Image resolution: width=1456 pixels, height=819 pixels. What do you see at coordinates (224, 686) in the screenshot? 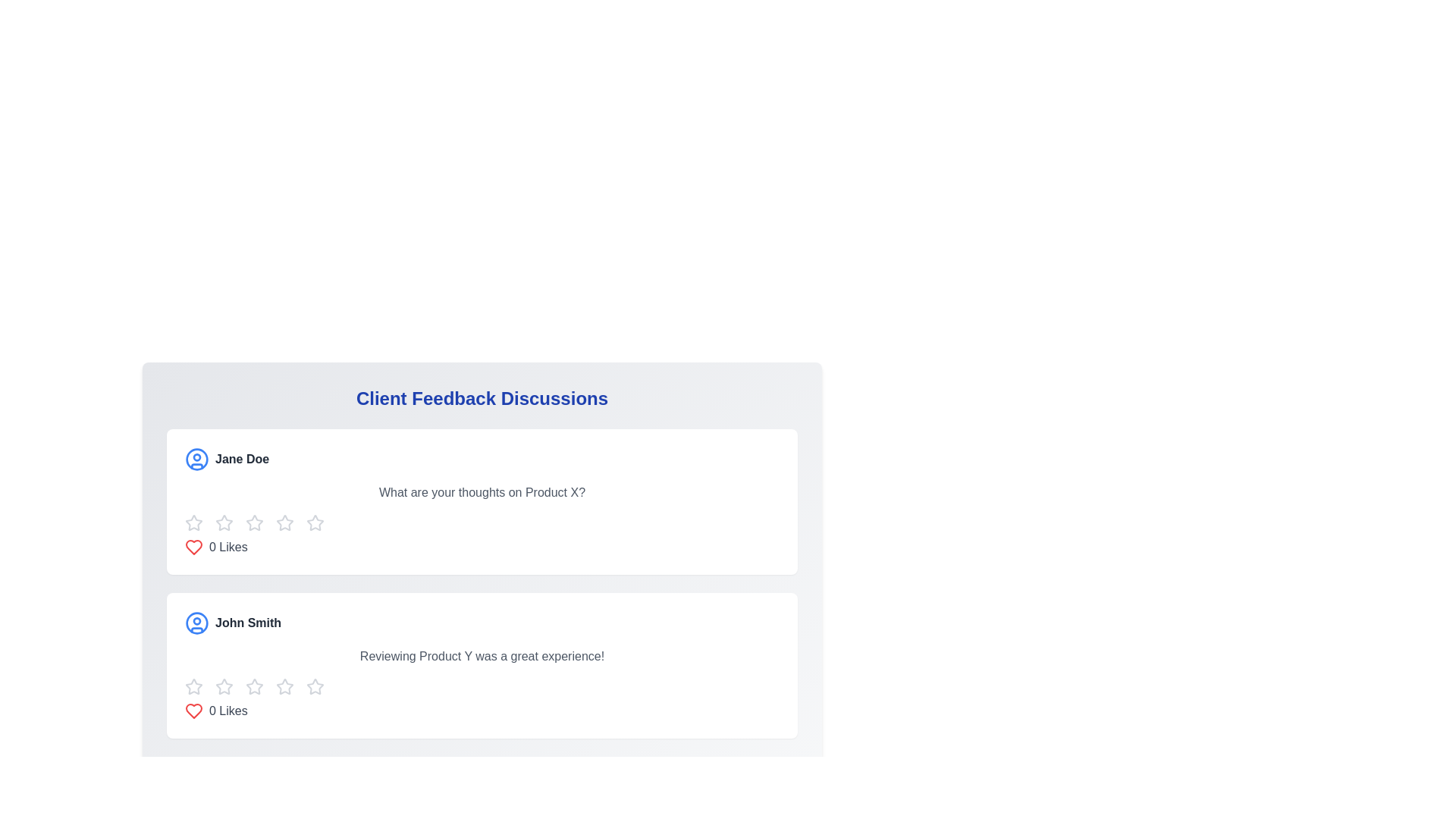
I see `the second star-shaped rating icon in the user feedback section below 'John Smith'` at bounding box center [224, 686].